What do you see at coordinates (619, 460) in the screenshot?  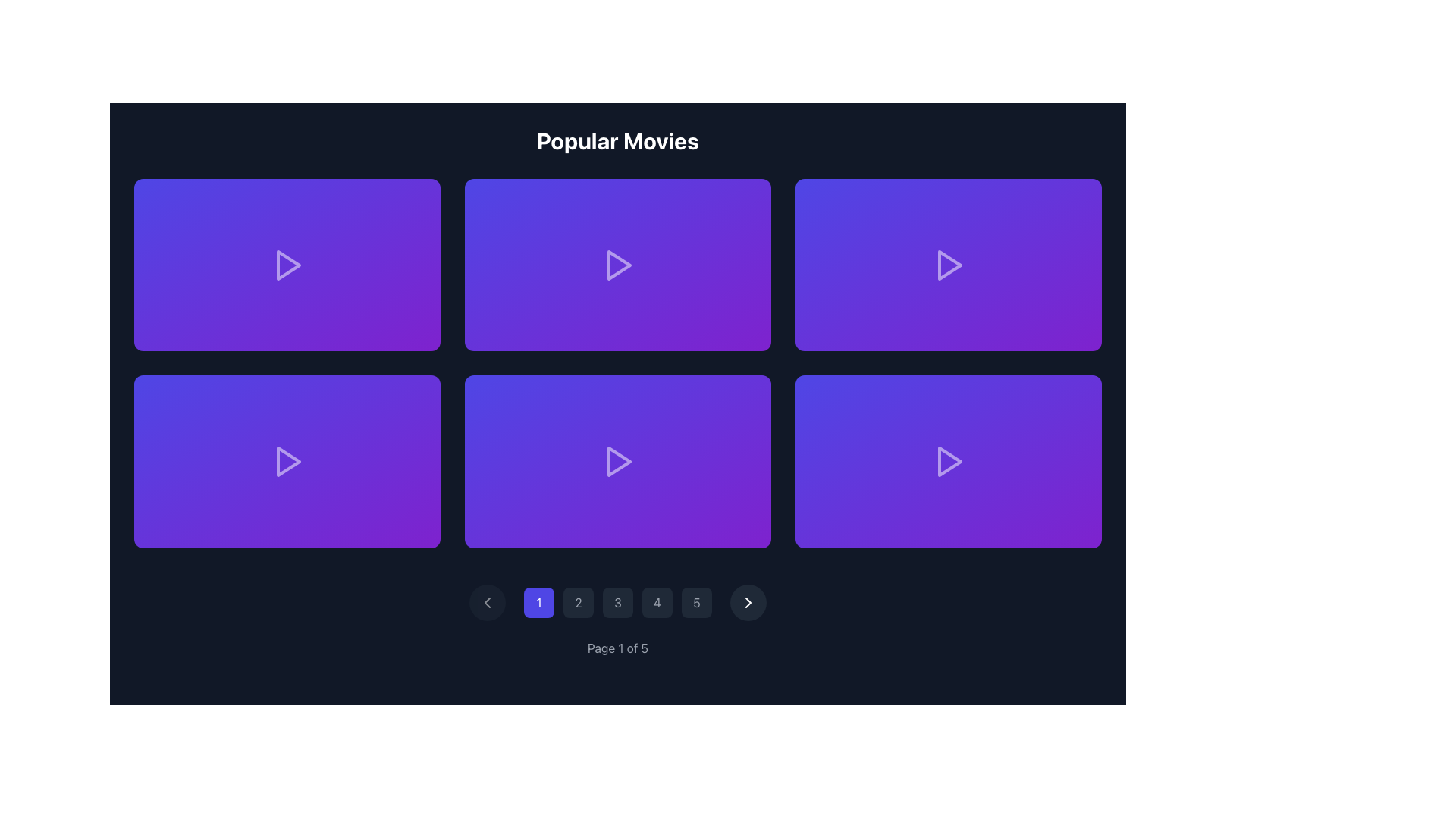 I see `the triangular play button icon with a white outline located in the bottom center card of the grid` at bounding box center [619, 460].